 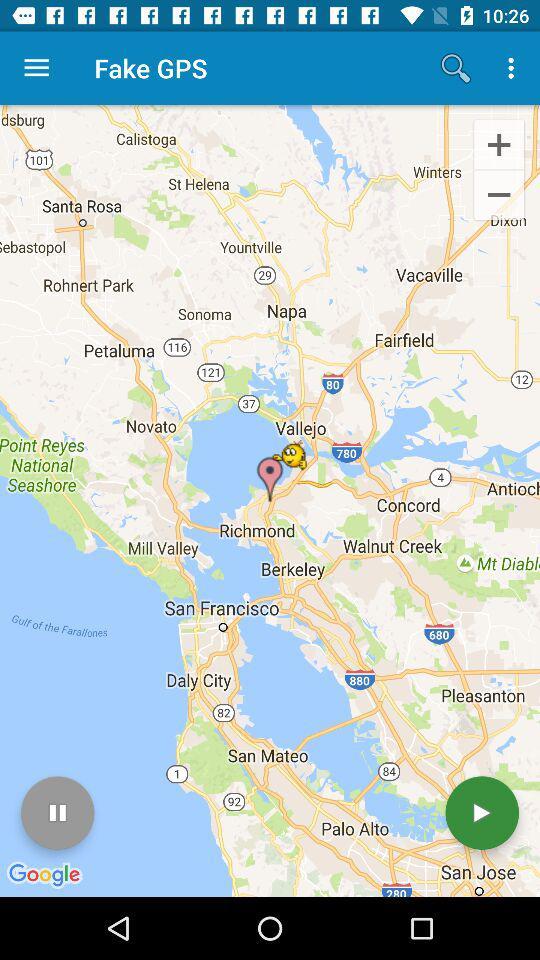 I want to click on icon next to the fake gps app, so click(x=455, y=68).